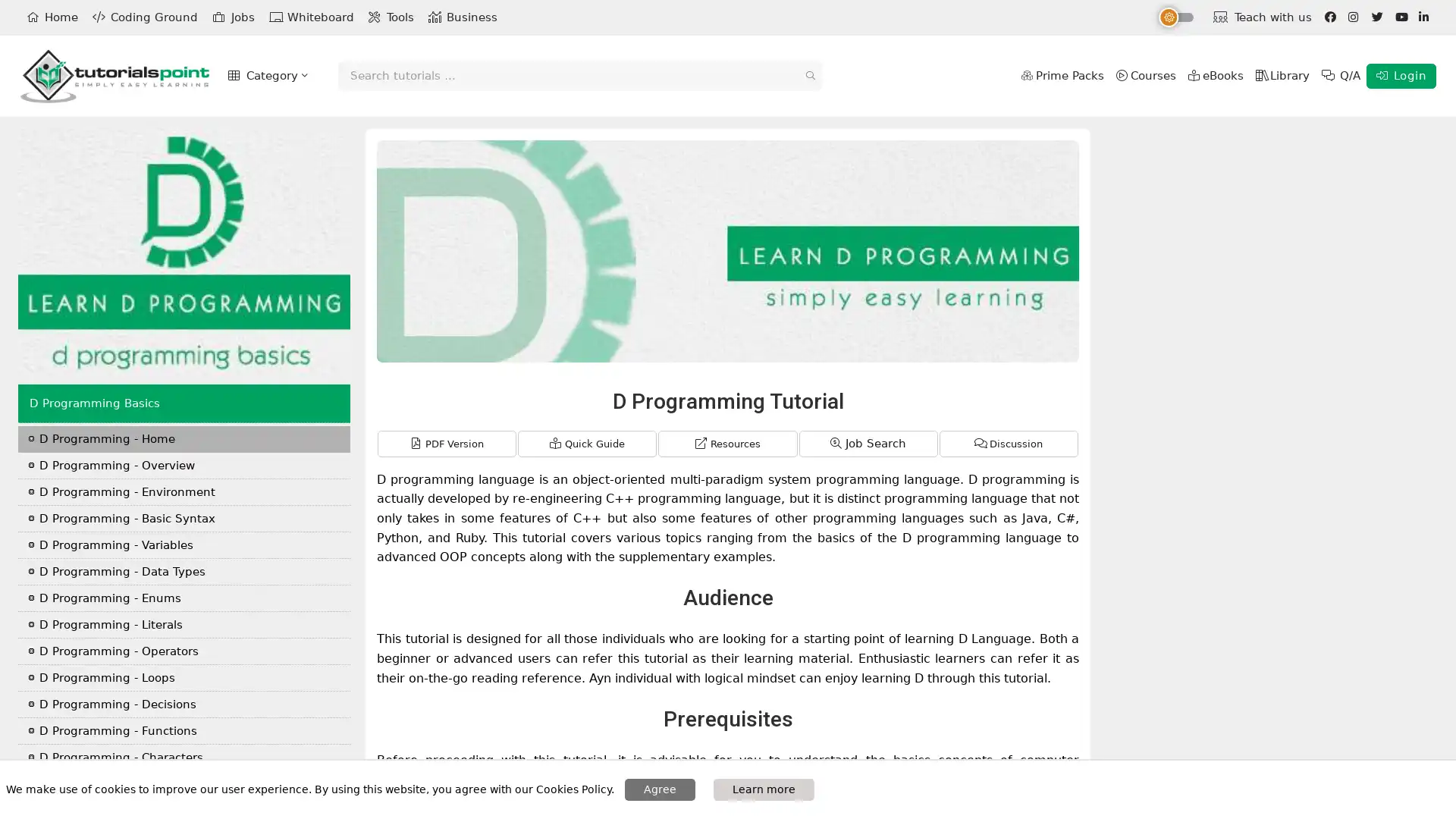 The image size is (1456, 819). Describe the element at coordinates (868, 427) in the screenshot. I see `Job Search` at that location.